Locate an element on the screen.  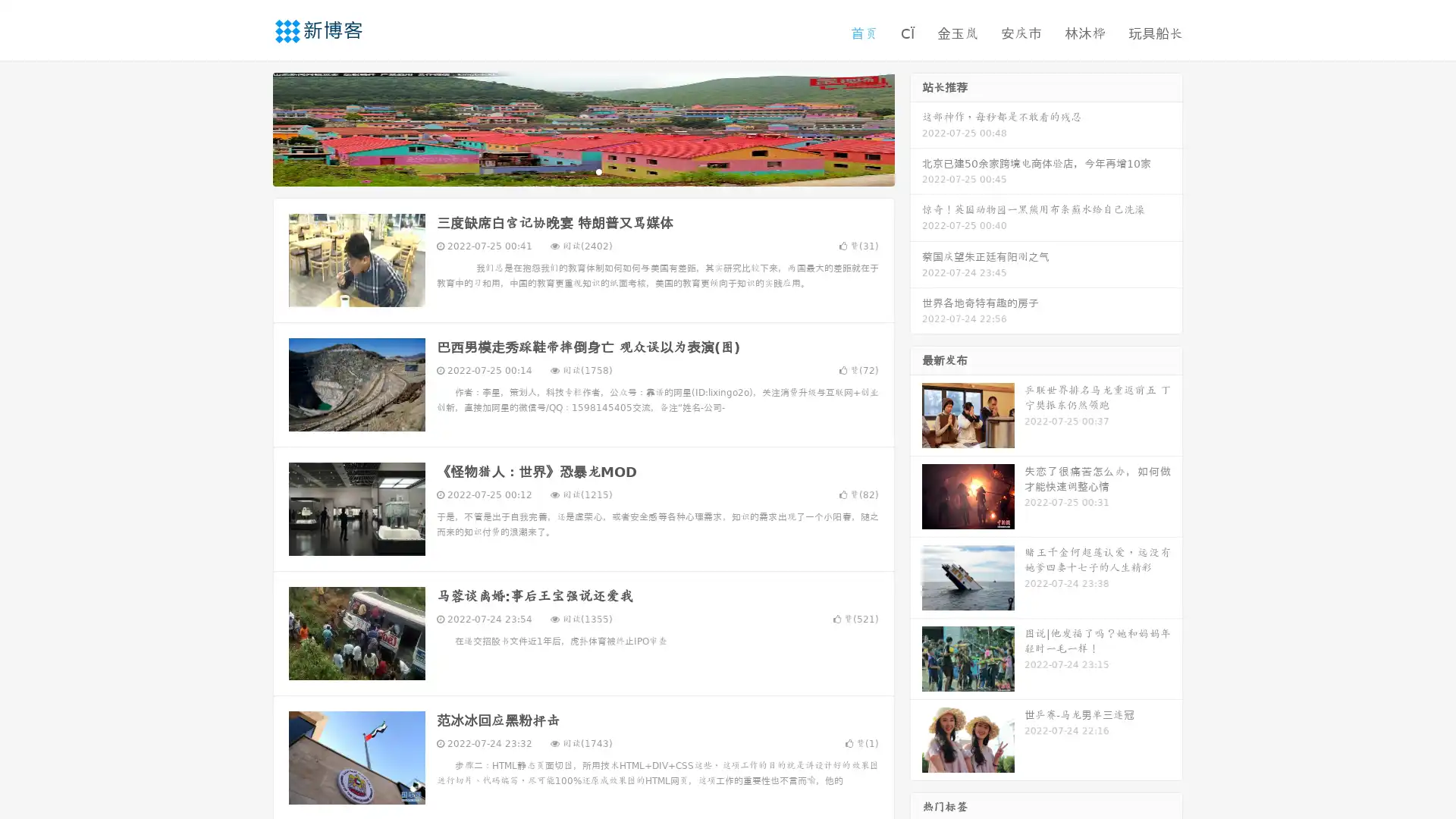
Next slide is located at coordinates (916, 127).